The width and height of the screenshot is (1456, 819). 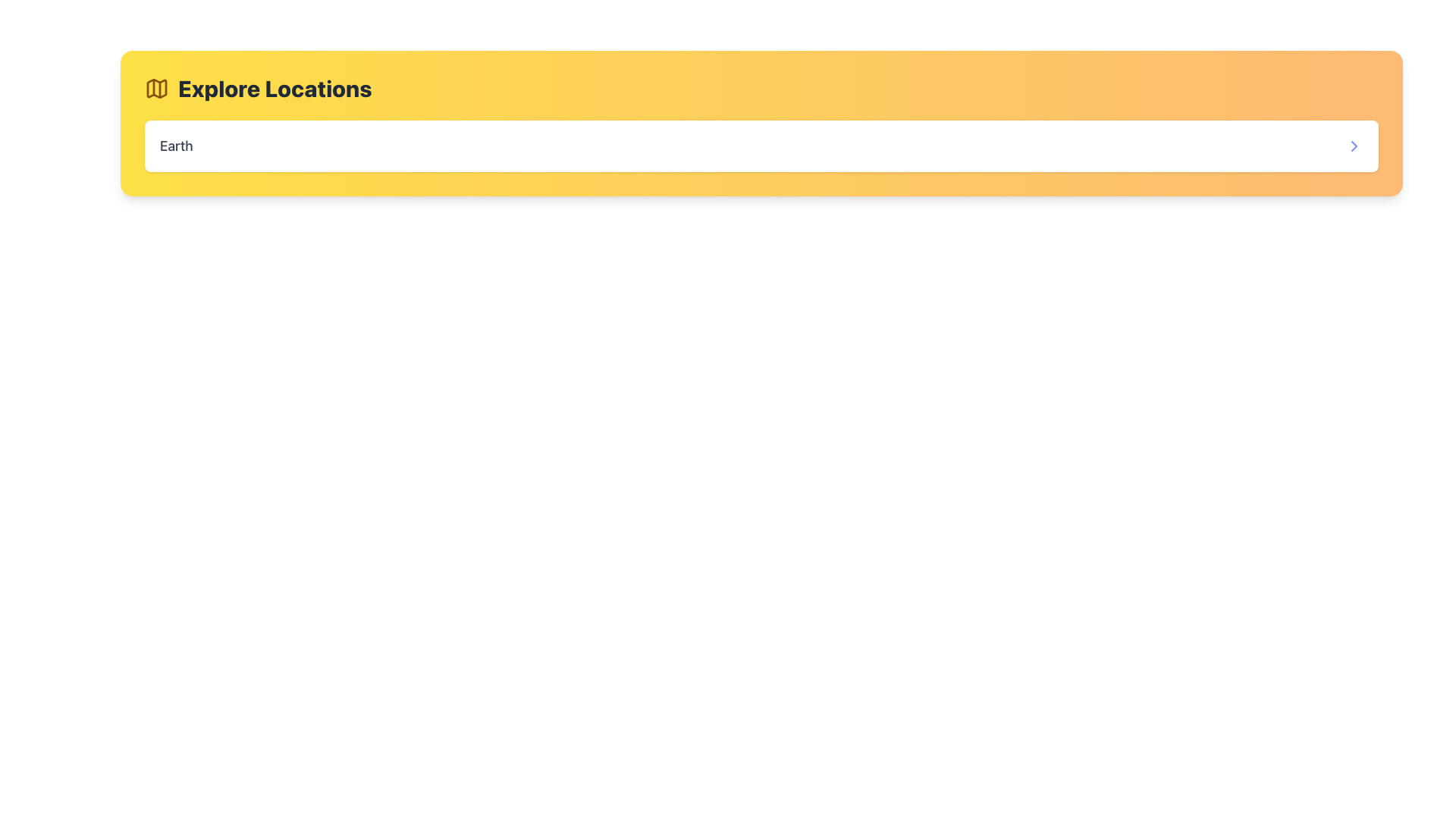 I want to click on the chevron icon located at the right-hand side of the horizontal search bar, which serves as a navigation indicator for proceeding forward, so click(x=1354, y=146).